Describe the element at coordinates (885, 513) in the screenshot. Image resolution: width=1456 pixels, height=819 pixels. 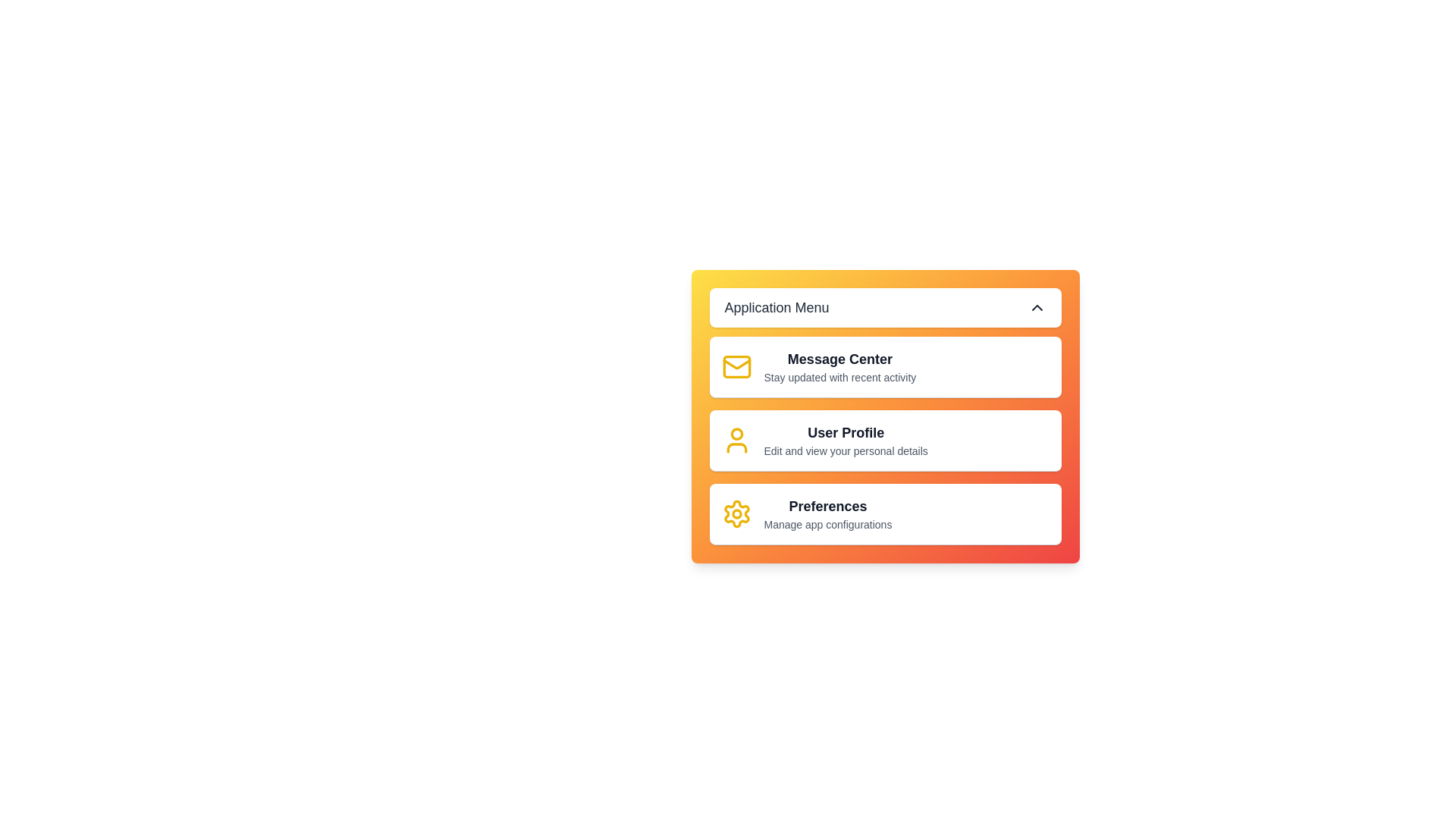
I see `the menu item corresponding to Preferences` at that location.